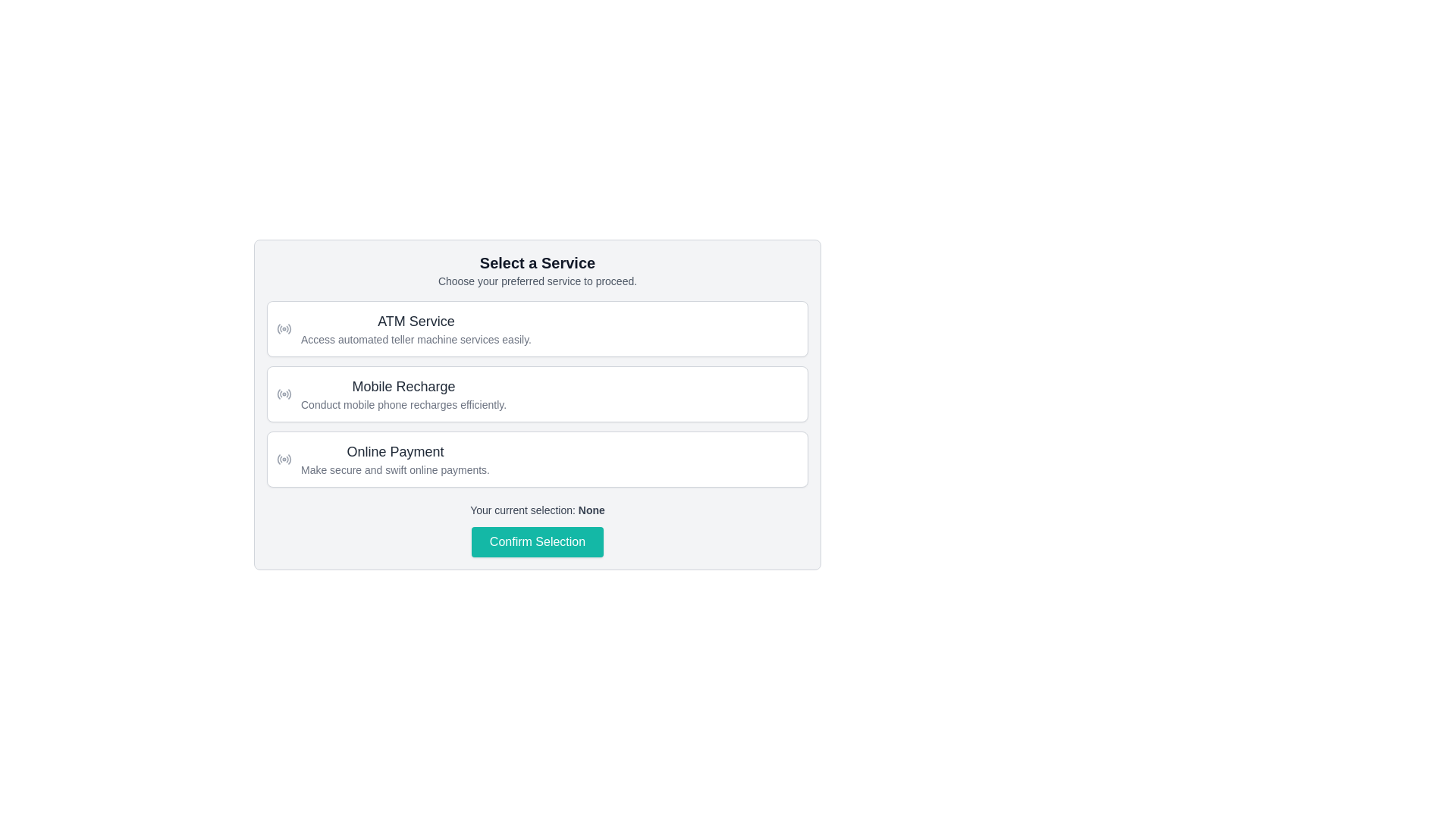 This screenshot has width=1456, height=819. What do you see at coordinates (538, 510) in the screenshot?
I see `the text label displaying 'Your current selection: None', which is a small light gray text located above the 'Confirm Selection' button and below the option cards` at bounding box center [538, 510].